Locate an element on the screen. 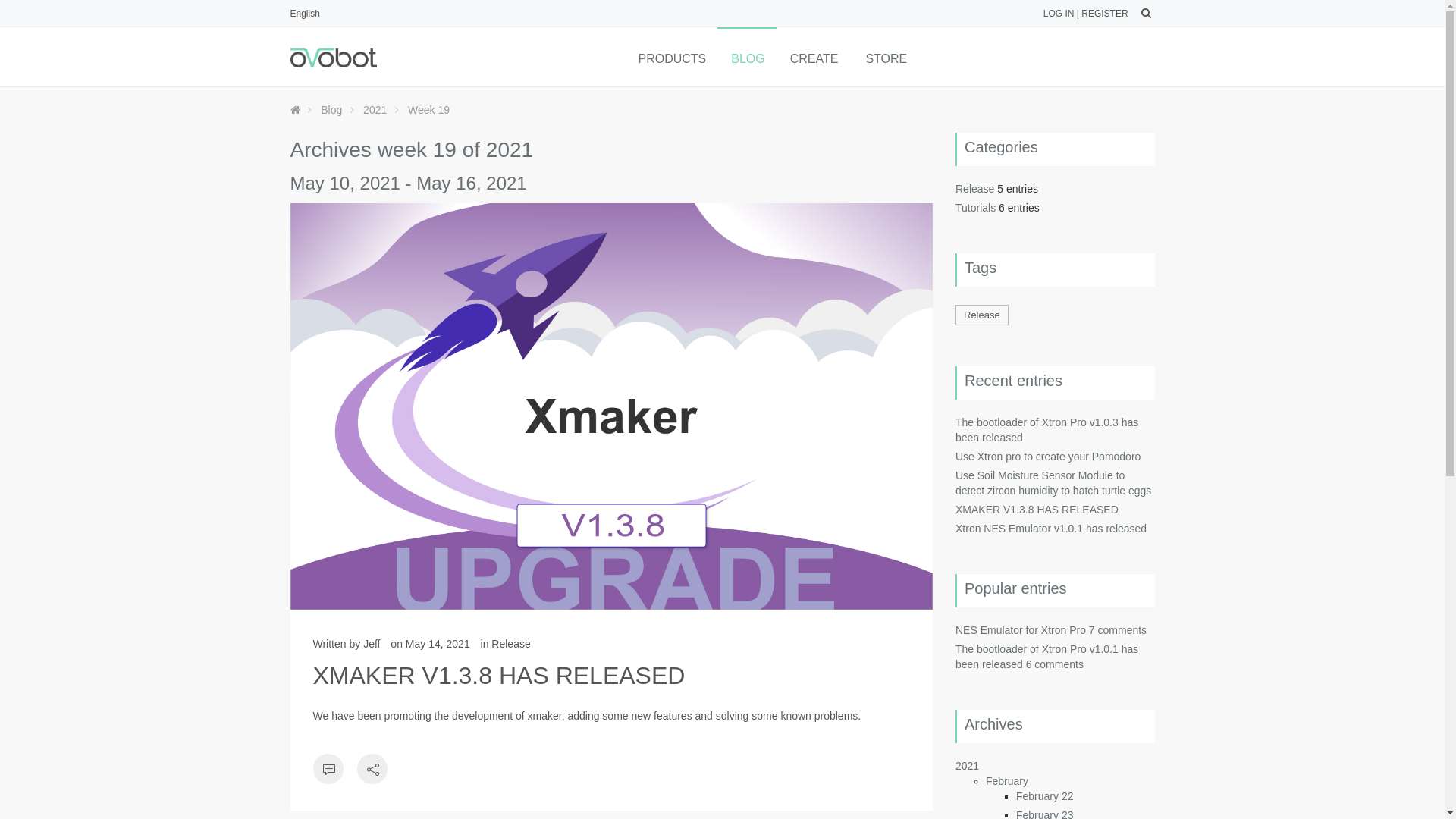  'REGISTER' is located at coordinates (1104, 14).